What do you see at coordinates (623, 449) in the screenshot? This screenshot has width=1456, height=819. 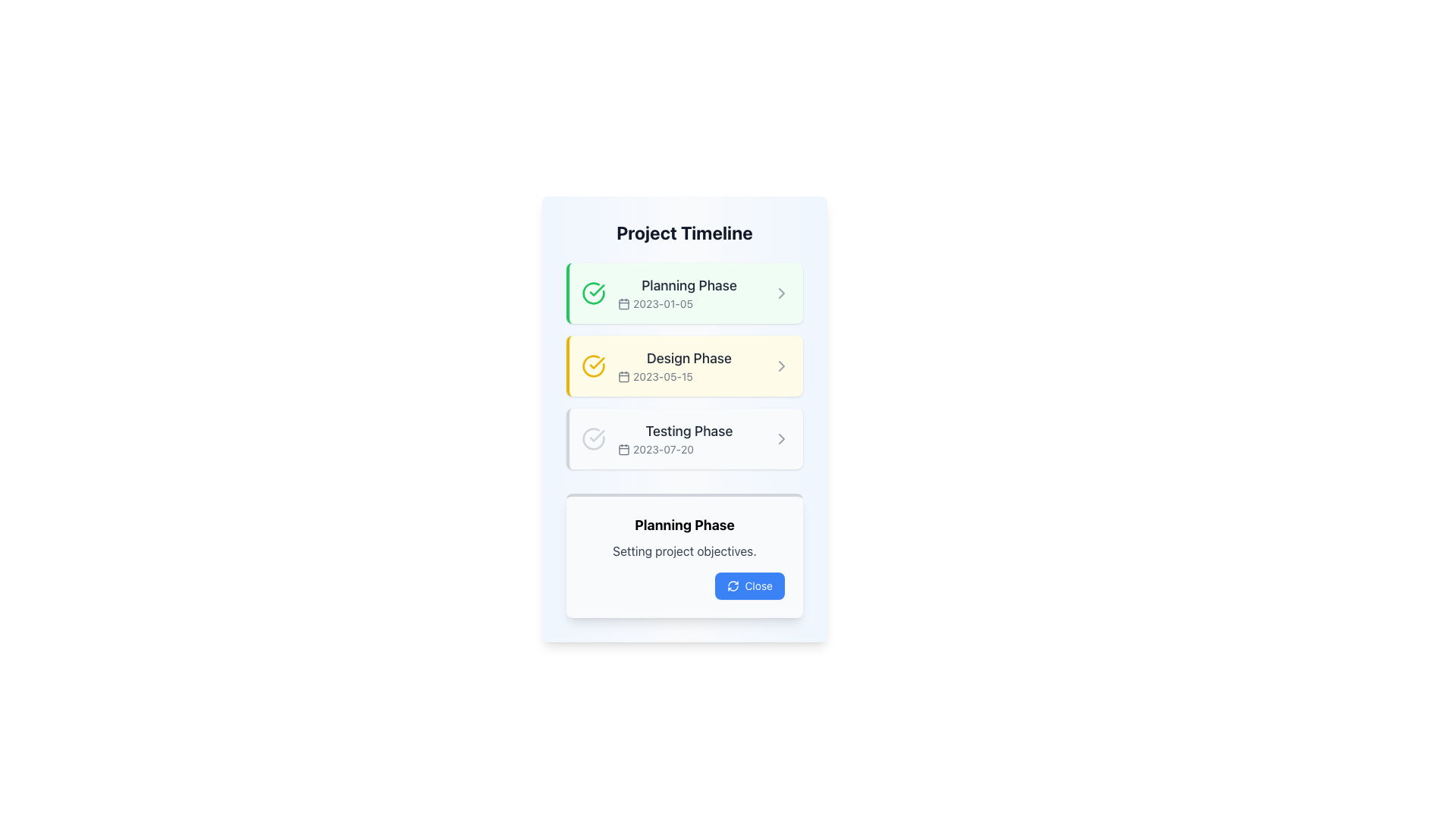 I see `the grayish-blue calendar icon located within the 'Testing Phase' timeline entry, positioned to the left of the date '2023-07-20'` at bounding box center [623, 449].